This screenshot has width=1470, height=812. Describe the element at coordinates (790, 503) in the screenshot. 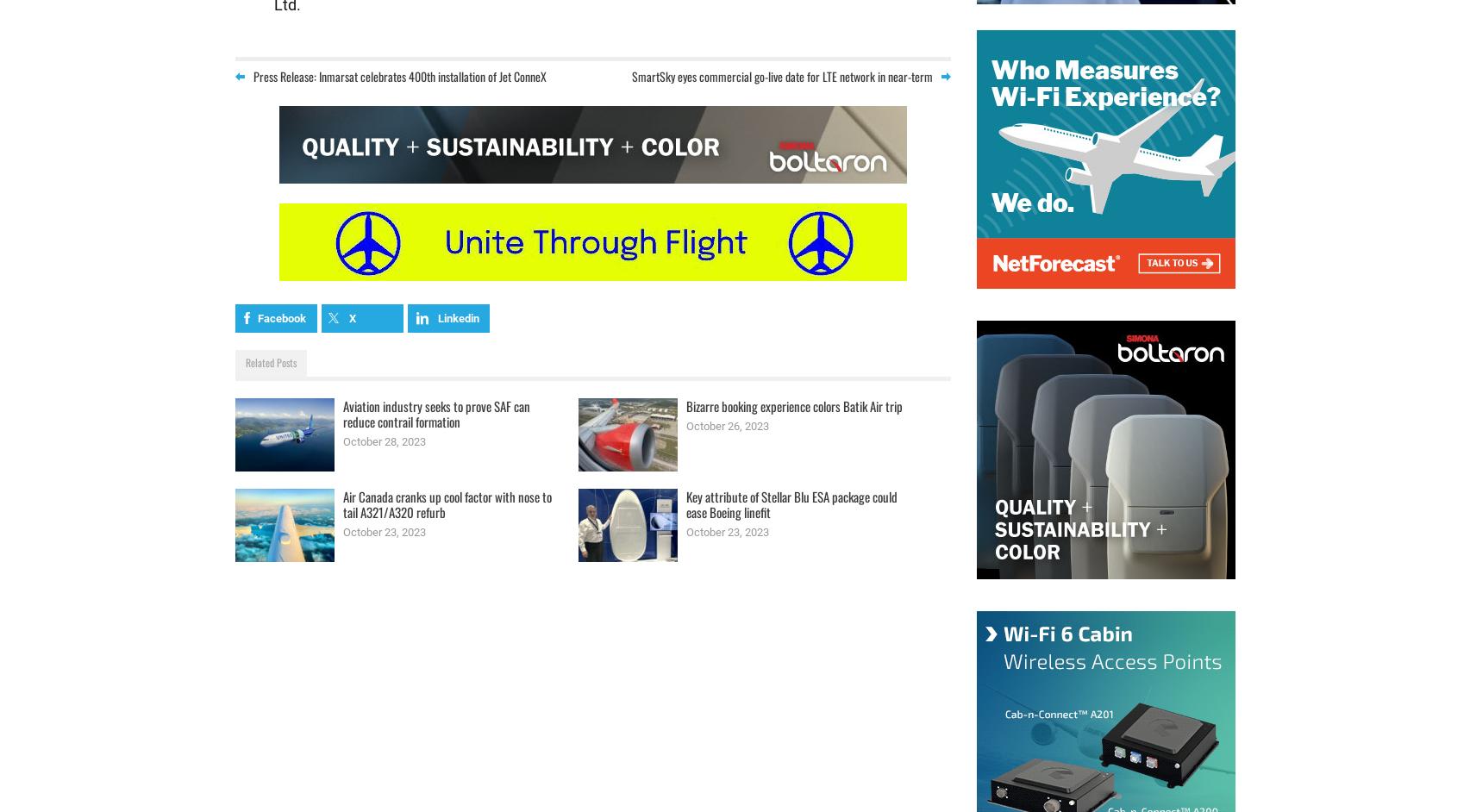

I see `'Key attribute of Stellar Blu ESA package could ease Boeing linefit'` at that location.